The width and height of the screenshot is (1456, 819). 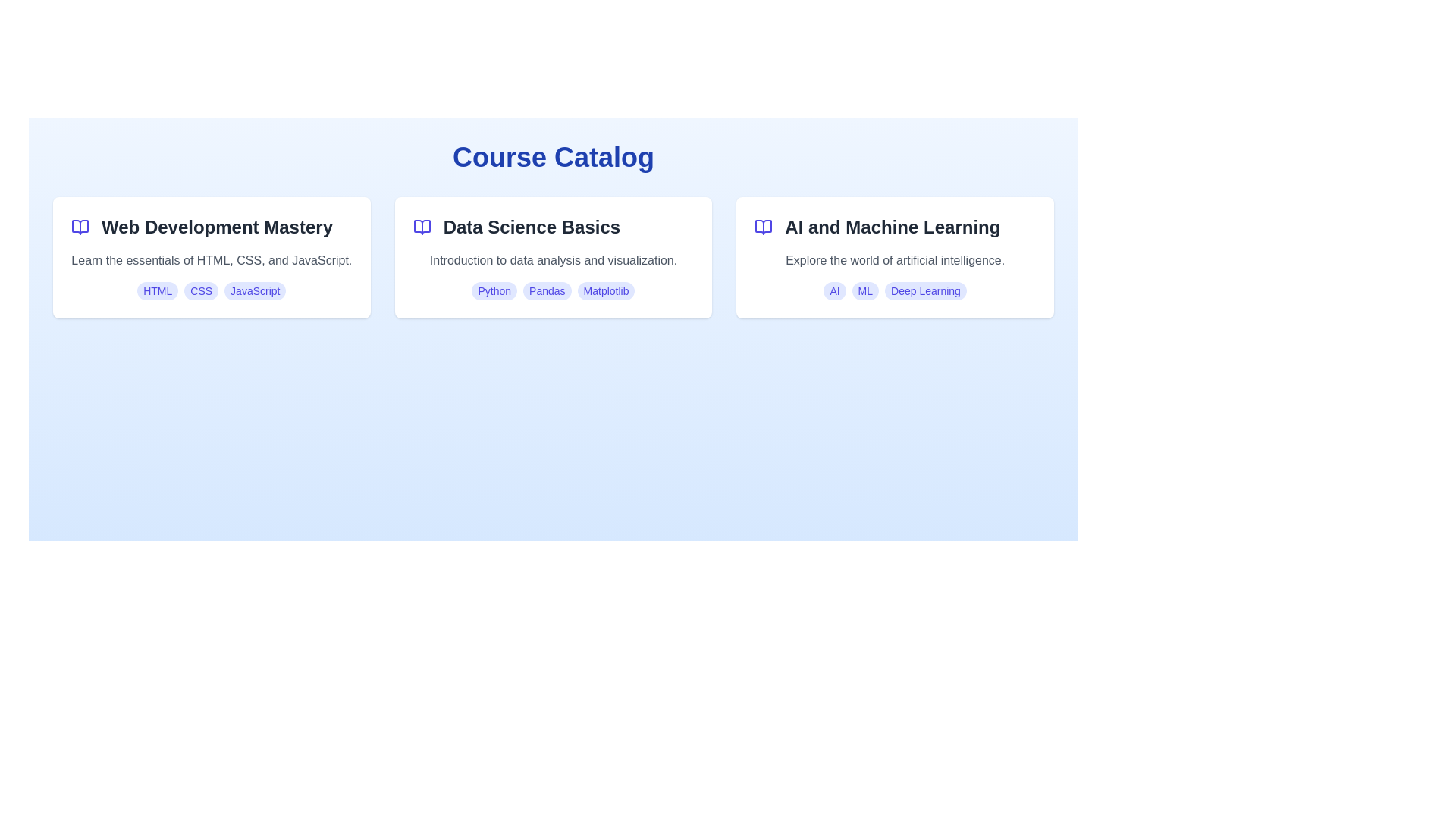 What do you see at coordinates (865, 291) in the screenshot?
I see `the 'ML' badge, which is a small, rounded rectangular label with a light indigo background and darker indigo text, positioned as the second badge in a horizontal group of three badges labeled 'AI', 'ML', and 'Deep Learning'` at bounding box center [865, 291].